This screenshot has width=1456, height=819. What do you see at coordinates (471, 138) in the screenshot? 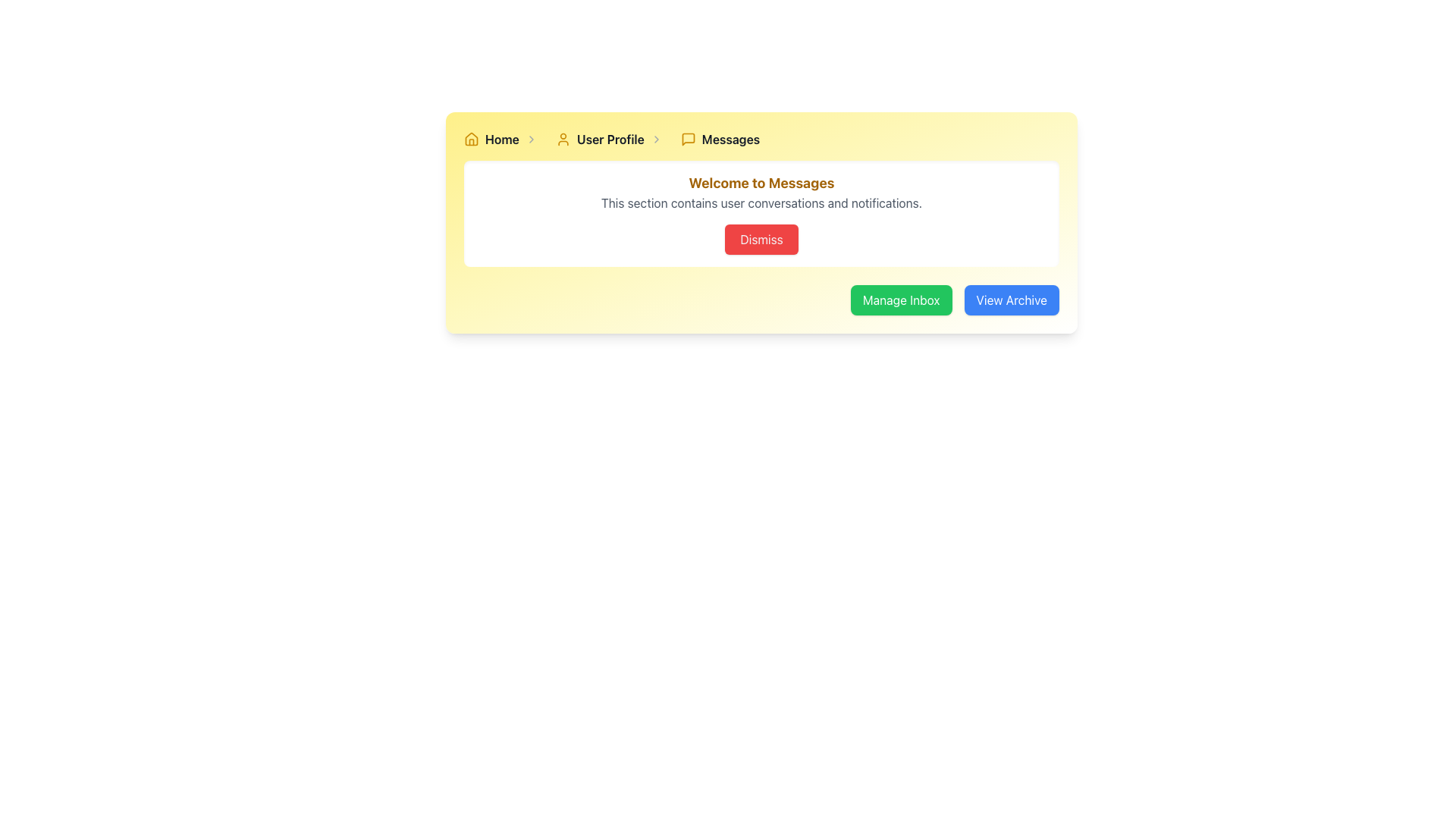
I see `the yellow house-shaped icon in the breadcrumb navigation bar` at bounding box center [471, 138].